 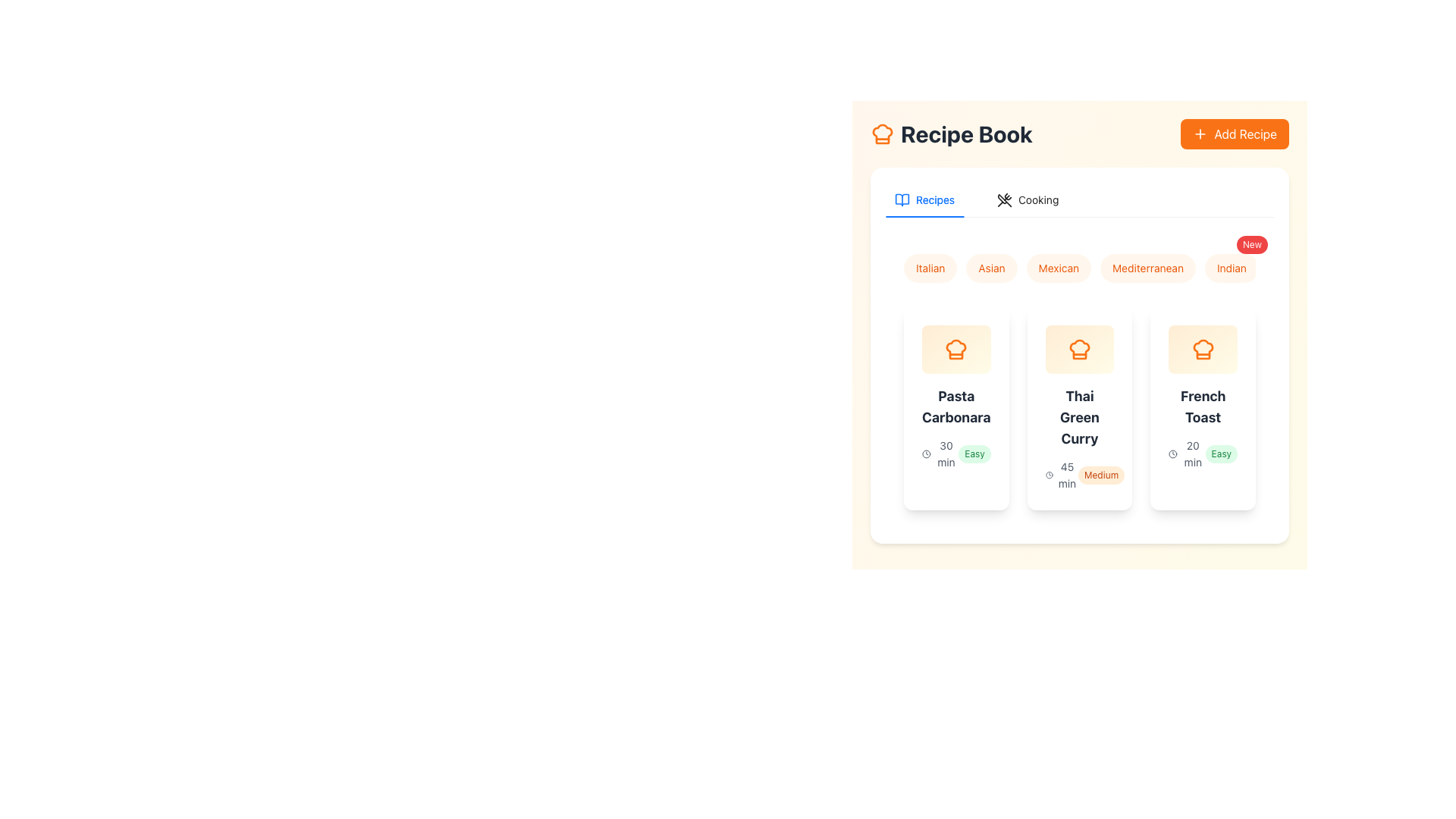 I want to click on the blue open book icon located to the left of the 'Recipes' tab in the navigation bar, so click(x=902, y=196).